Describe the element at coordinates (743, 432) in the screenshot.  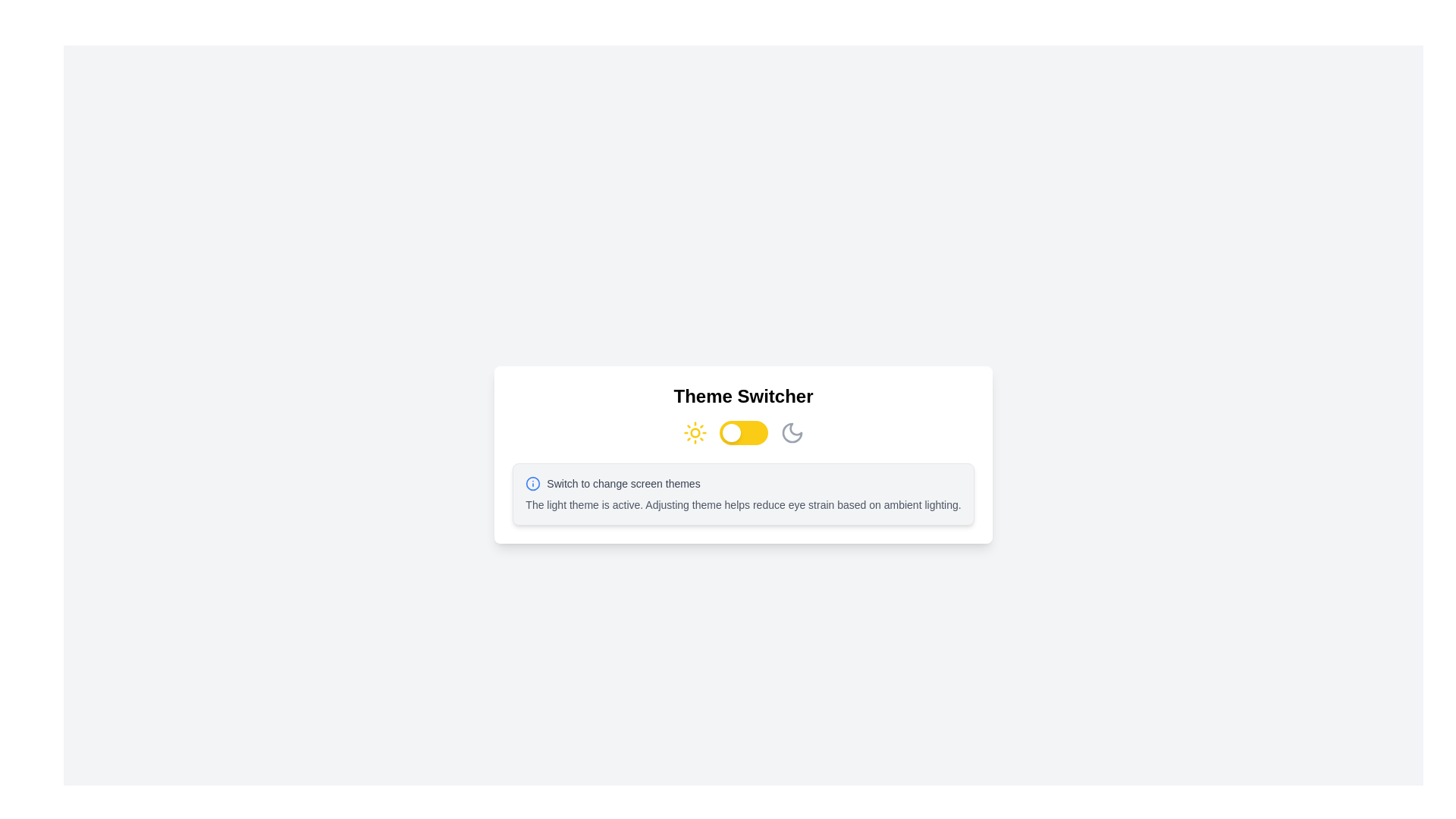
I see `the toggle switch located in the center of the 'Theme Switcher' card interface` at that location.